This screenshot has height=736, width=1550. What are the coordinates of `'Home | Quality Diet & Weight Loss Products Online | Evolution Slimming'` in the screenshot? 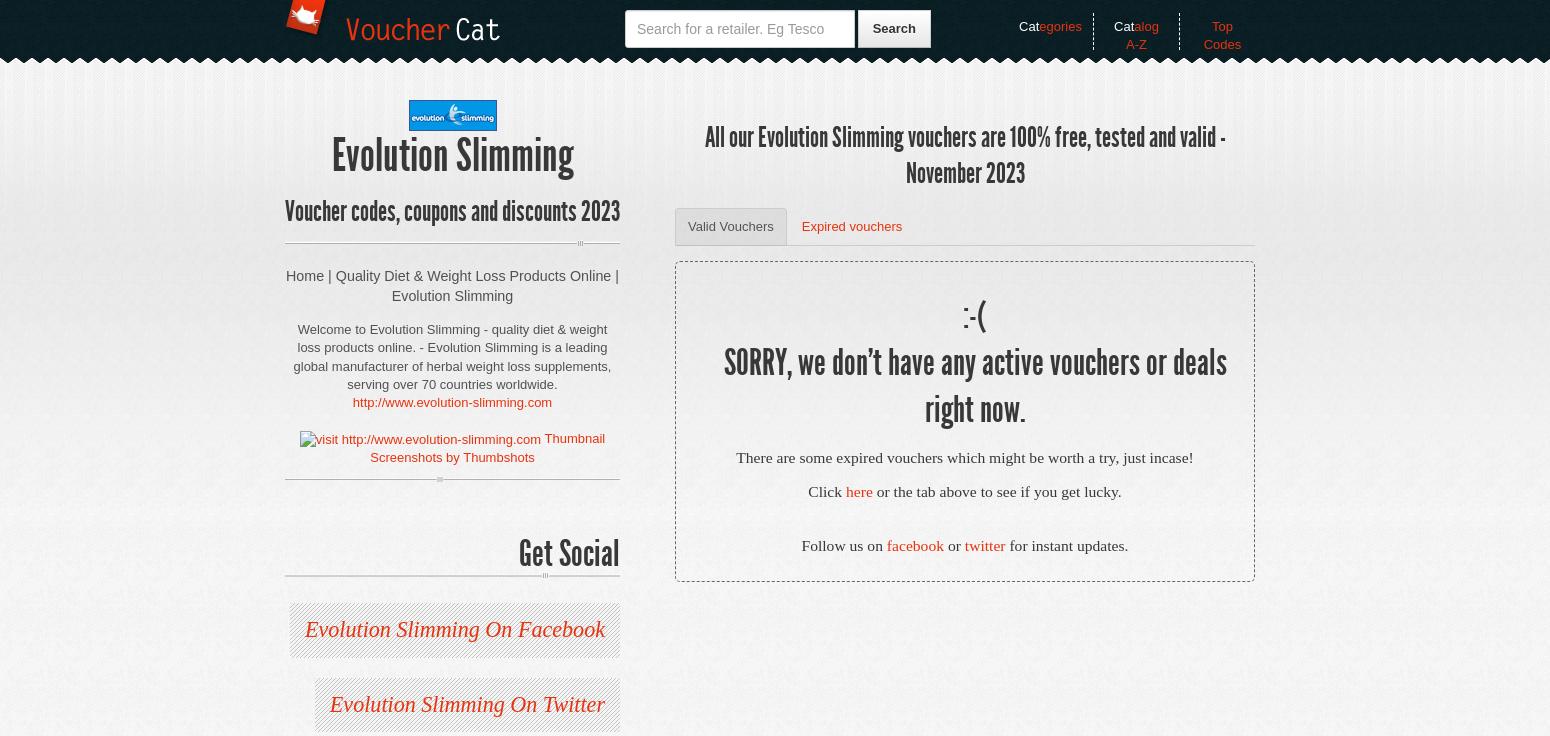 It's located at (451, 285).